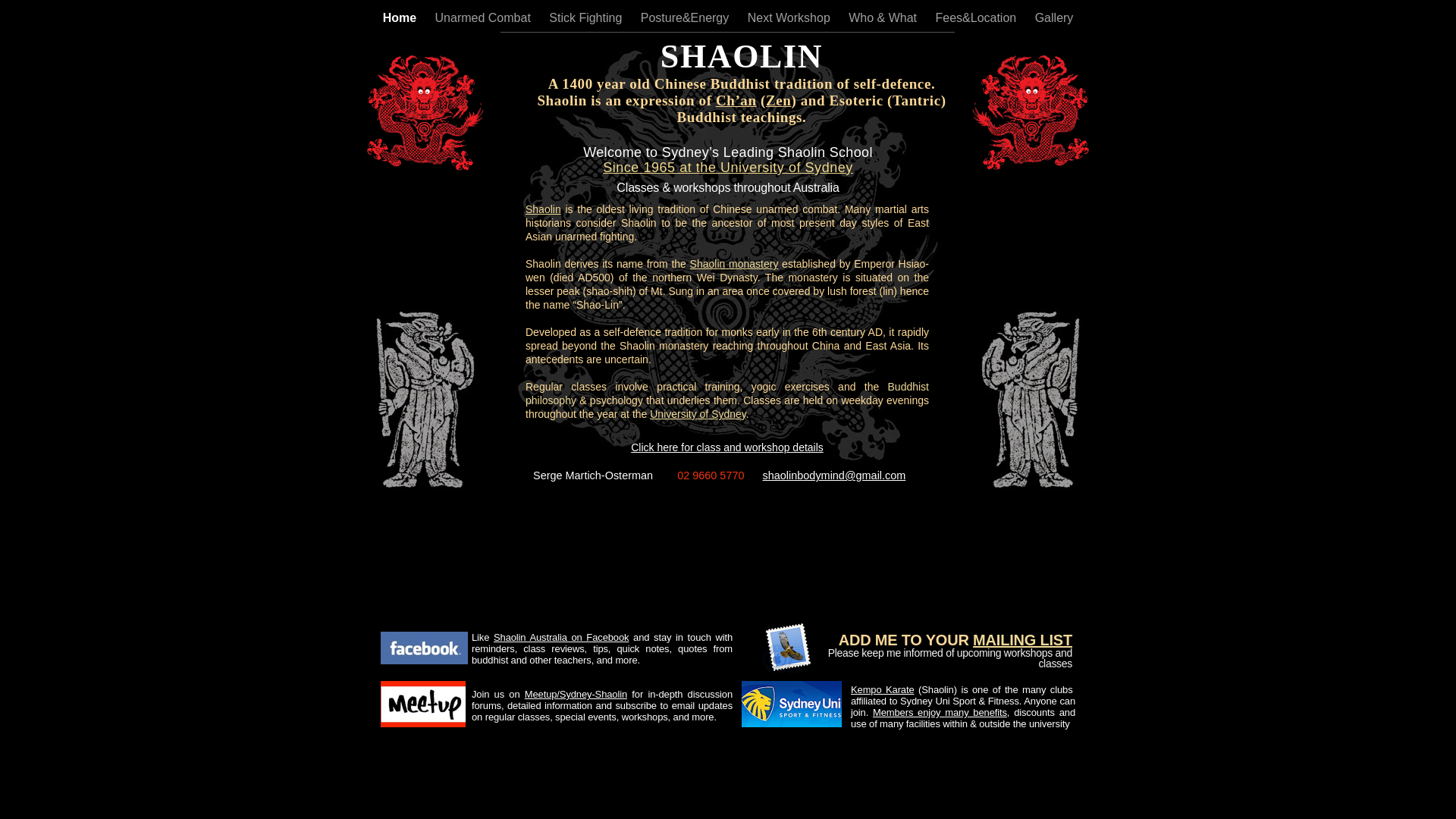  I want to click on 'Fees&Location', so click(977, 17).